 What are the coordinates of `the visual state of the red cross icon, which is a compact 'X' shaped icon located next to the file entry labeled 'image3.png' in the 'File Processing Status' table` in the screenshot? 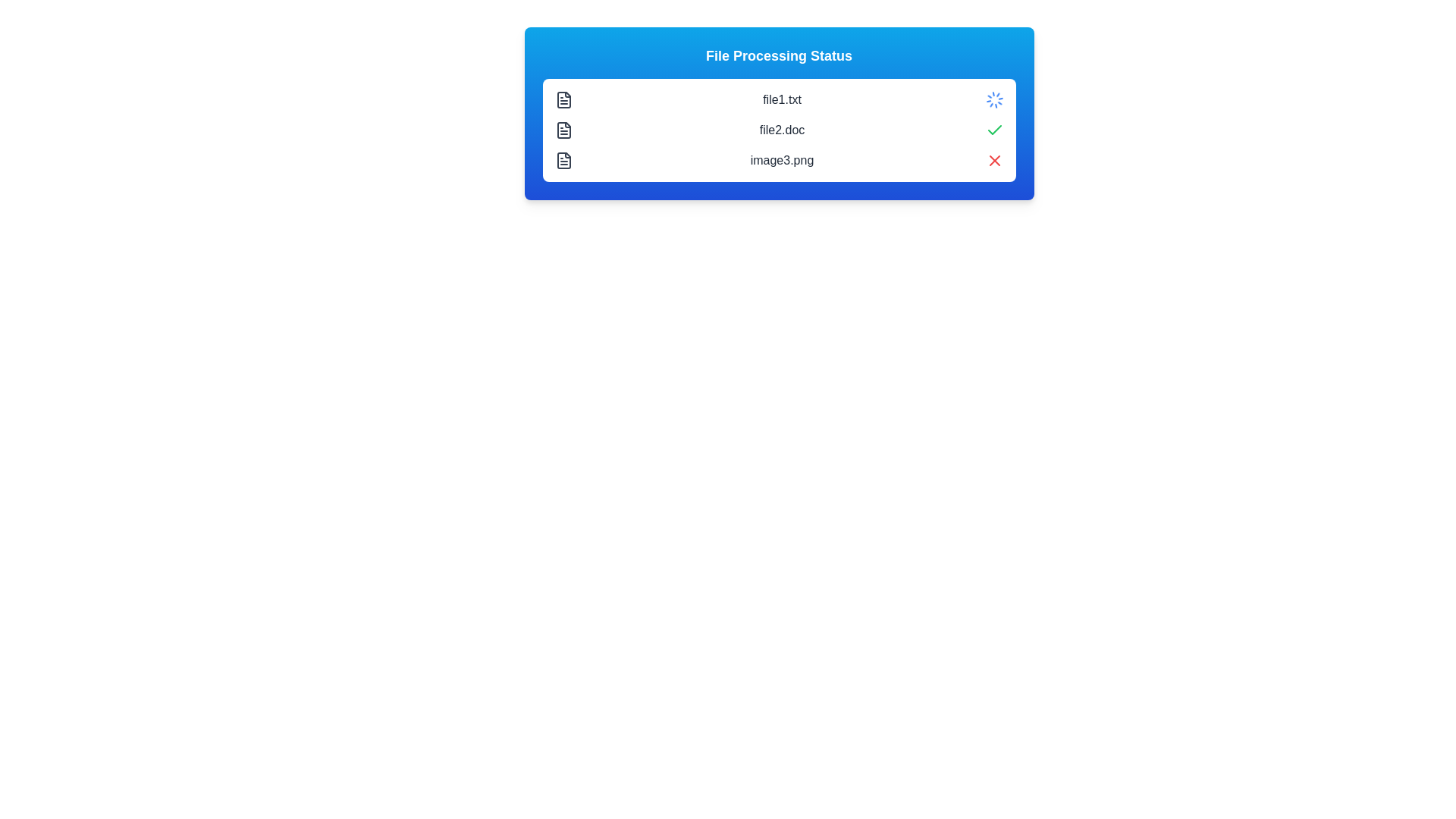 It's located at (994, 161).